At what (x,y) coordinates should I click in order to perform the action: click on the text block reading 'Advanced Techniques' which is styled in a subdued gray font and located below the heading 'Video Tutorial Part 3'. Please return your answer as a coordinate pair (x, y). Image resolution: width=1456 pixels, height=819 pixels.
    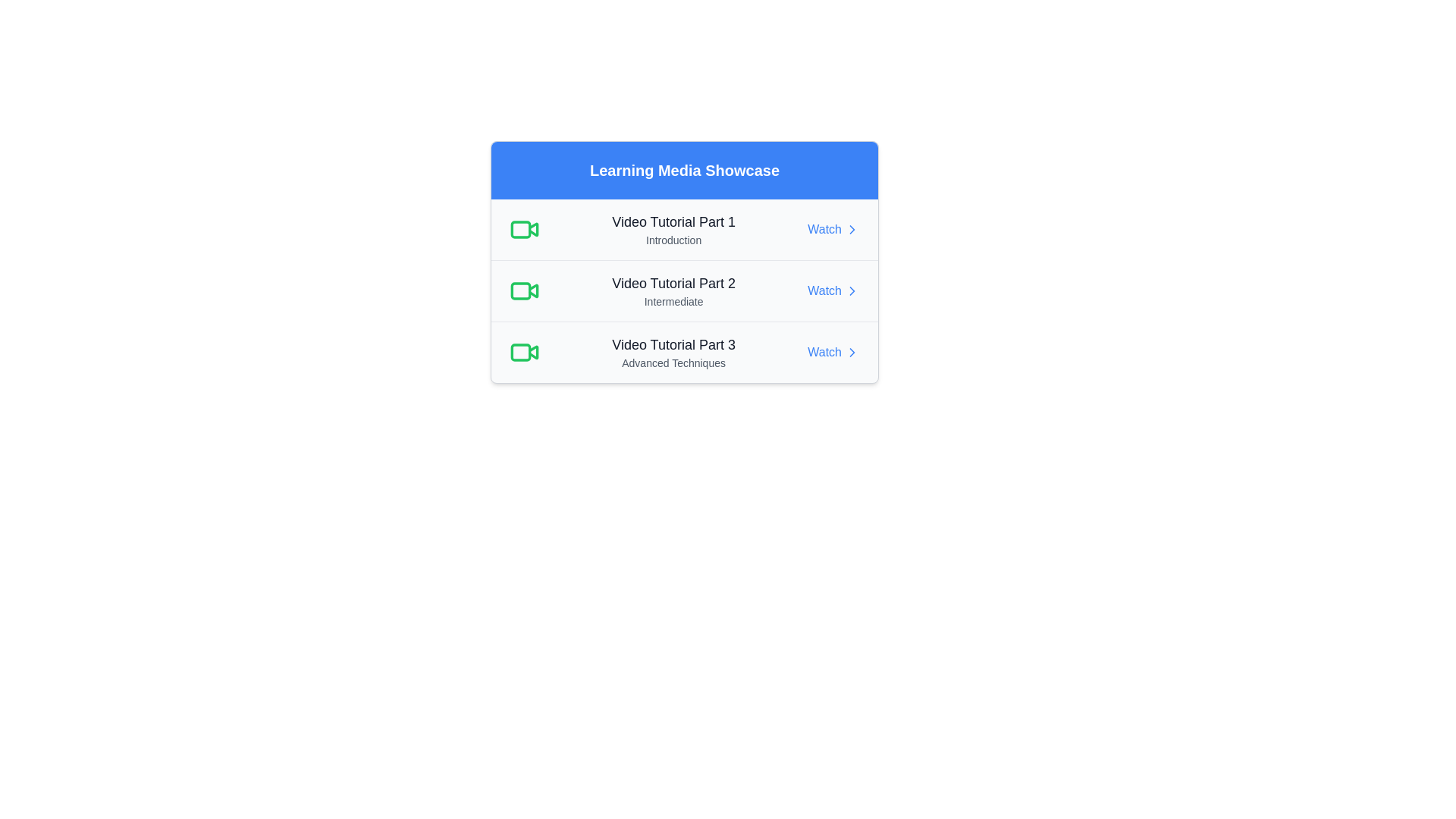
    Looking at the image, I should click on (673, 362).